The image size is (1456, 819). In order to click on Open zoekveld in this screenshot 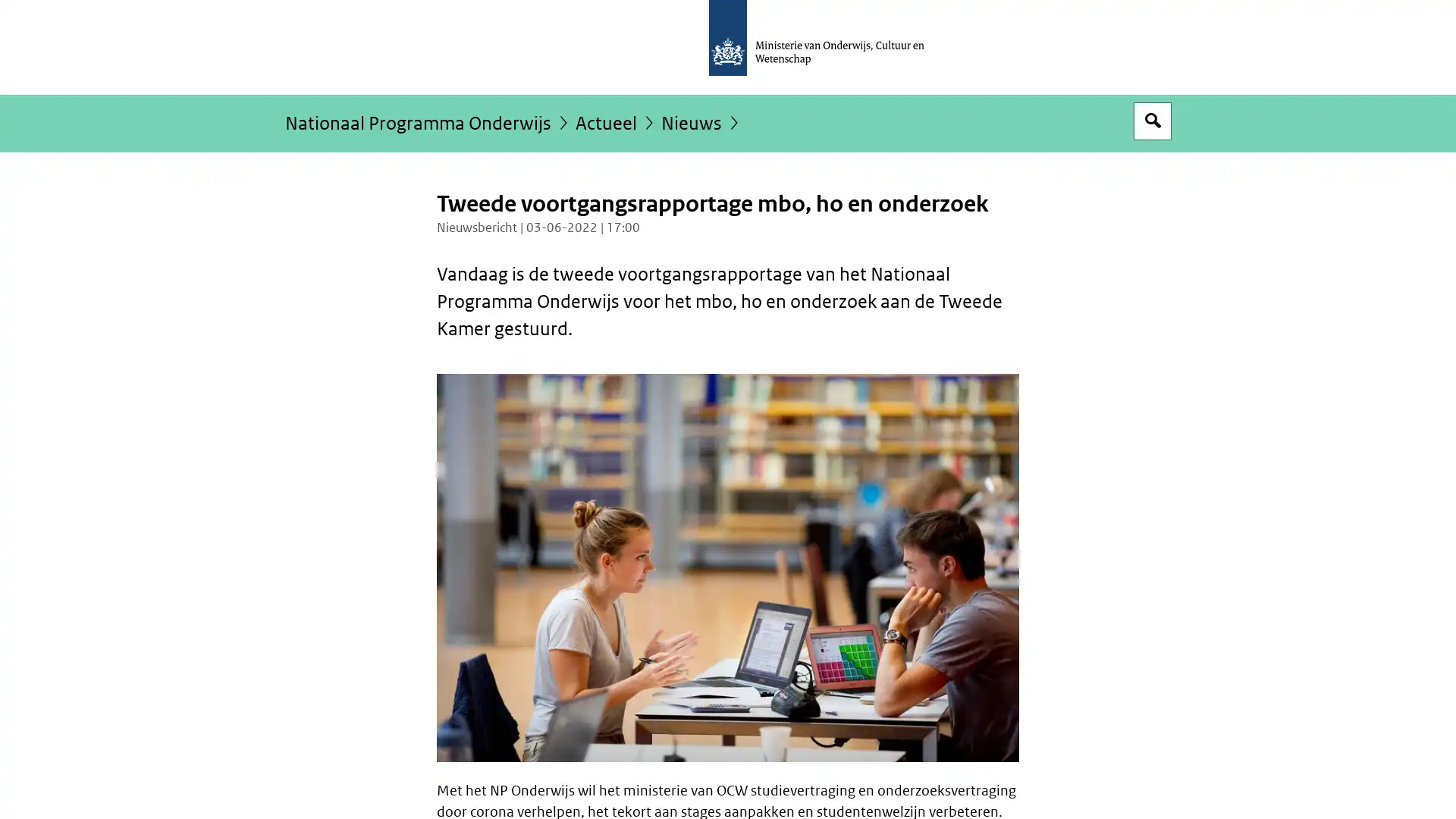, I will do `click(1153, 120)`.